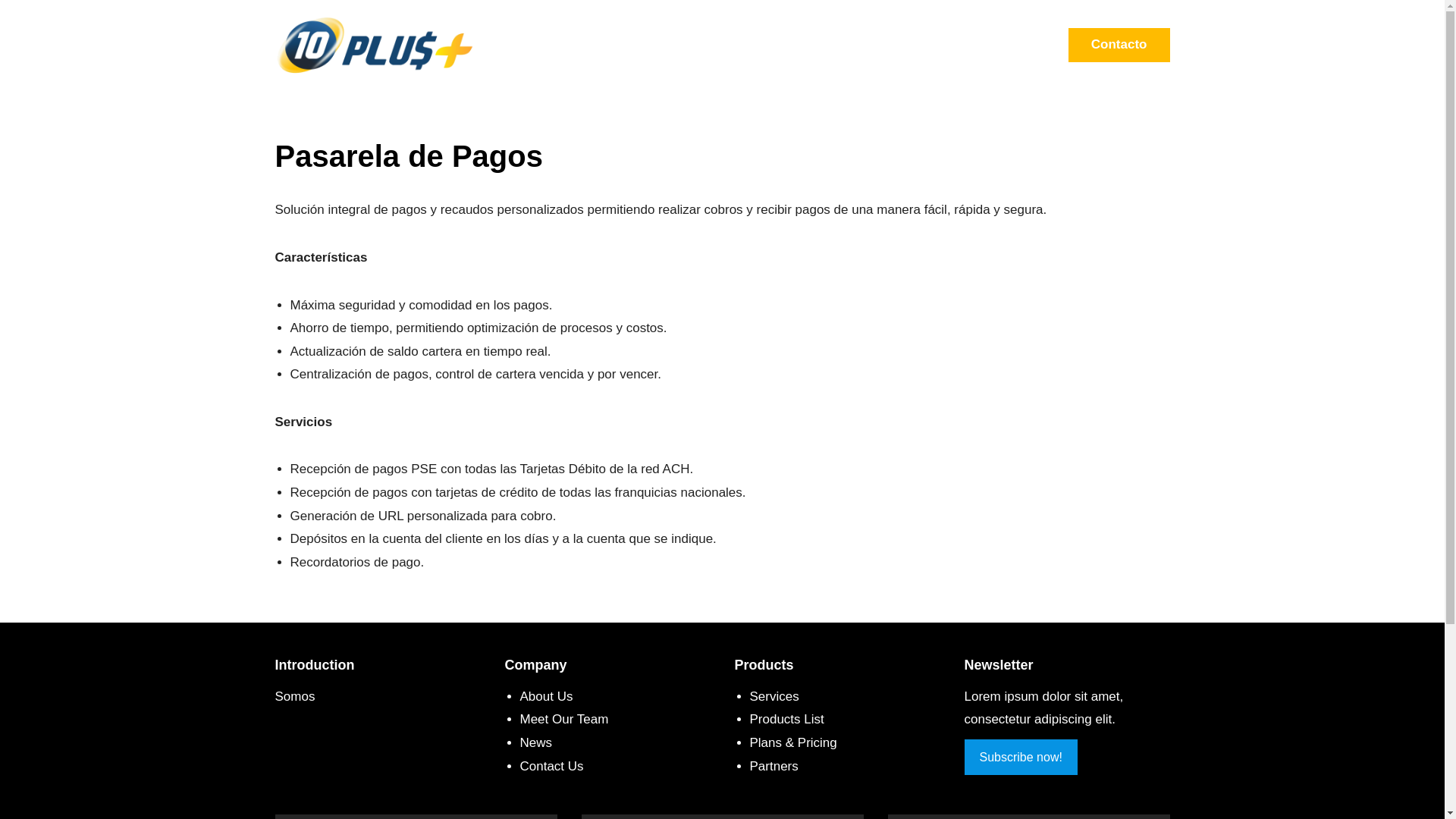 The image size is (1456, 819). What do you see at coordinates (964, 757) in the screenshot?
I see `'Subscribe now!'` at bounding box center [964, 757].